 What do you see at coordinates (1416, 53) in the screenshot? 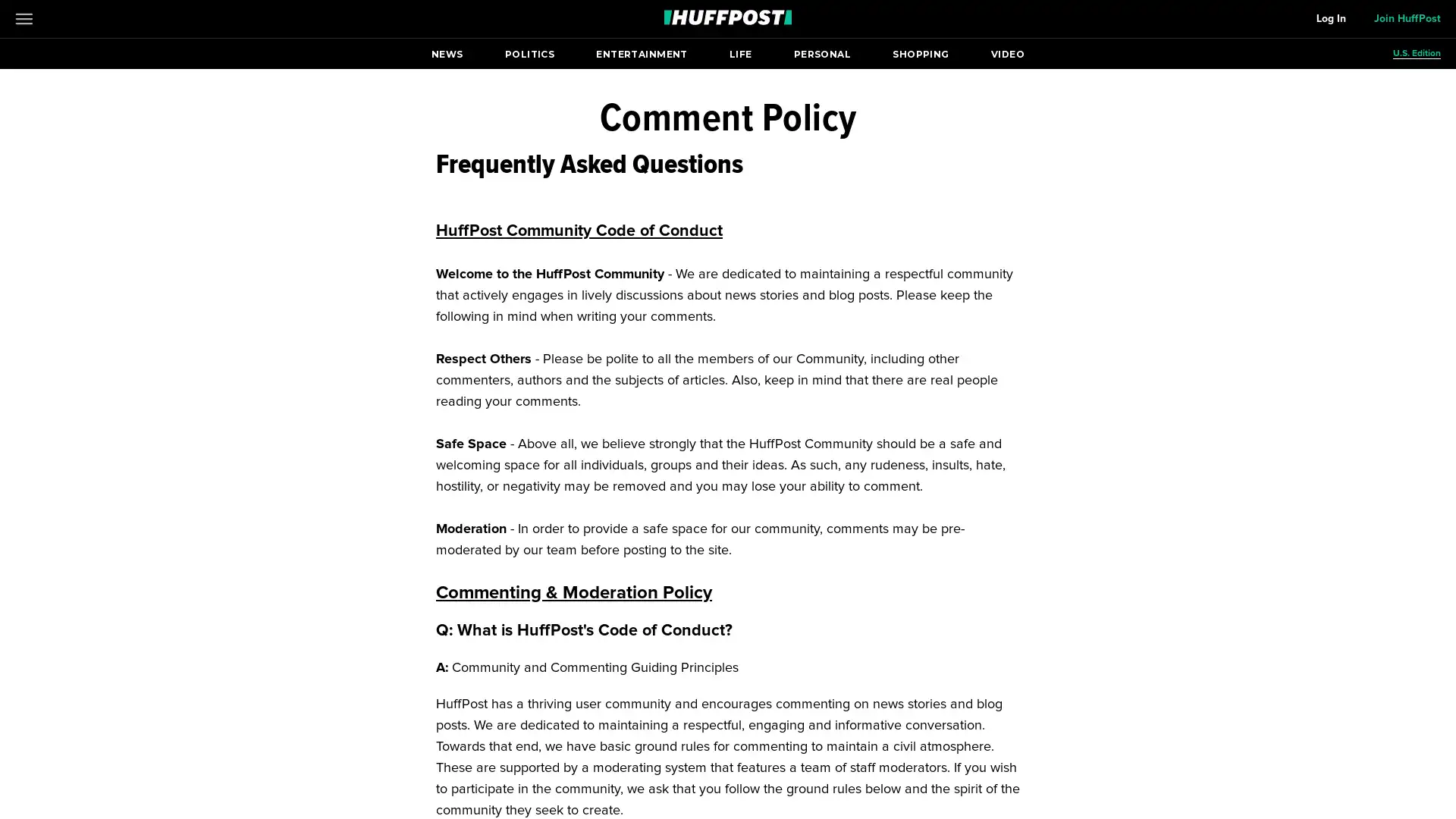
I see `U.S. Edition Open editions submenu` at bounding box center [1416, 53].